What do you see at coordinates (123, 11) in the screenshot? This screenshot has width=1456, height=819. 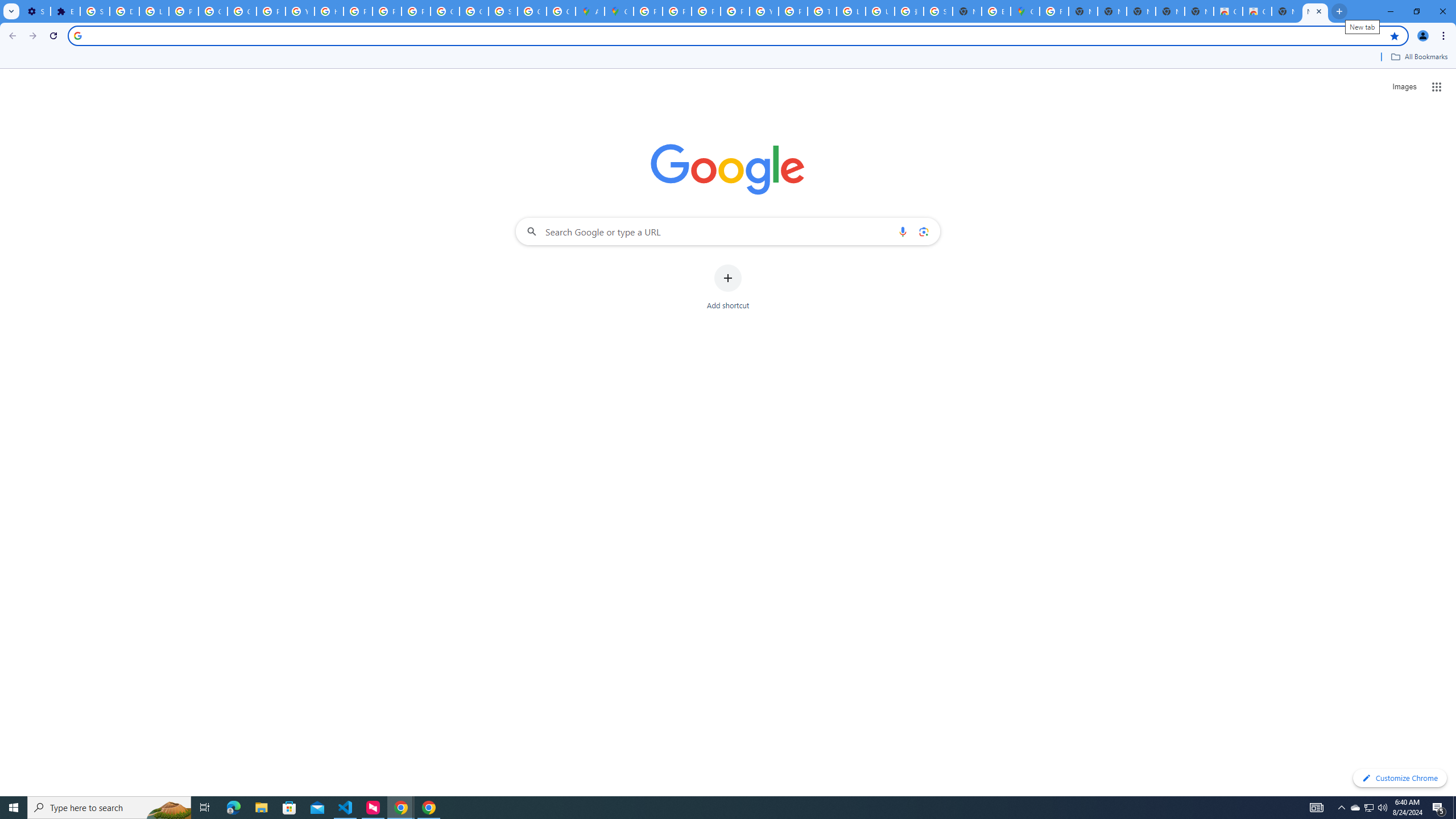 I see `'Delete photos & videos - Computer - Google Photos Help'` at bounding box center [123, 11].